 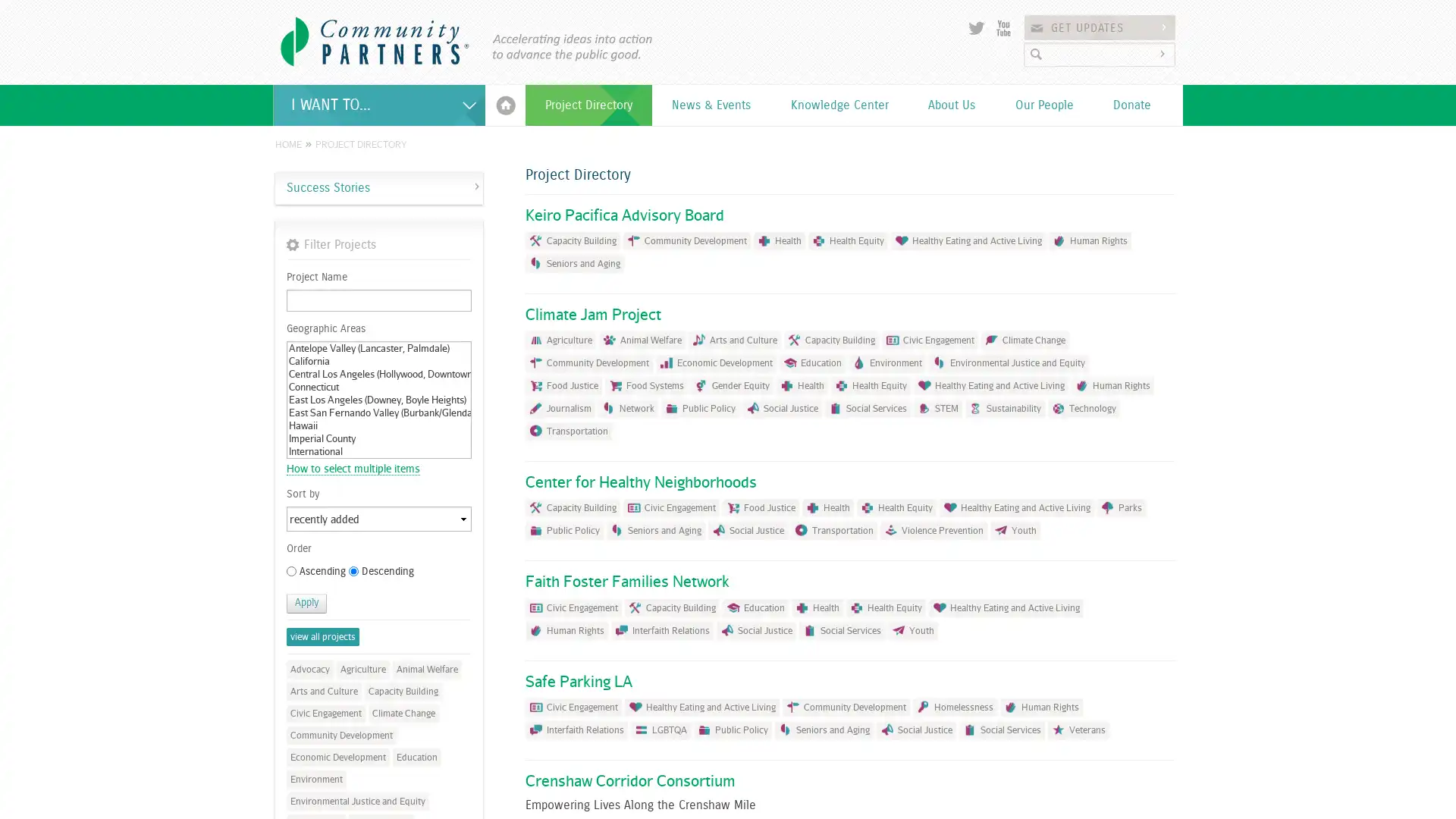 I want to click on Apply, so click(x=306, y=602).